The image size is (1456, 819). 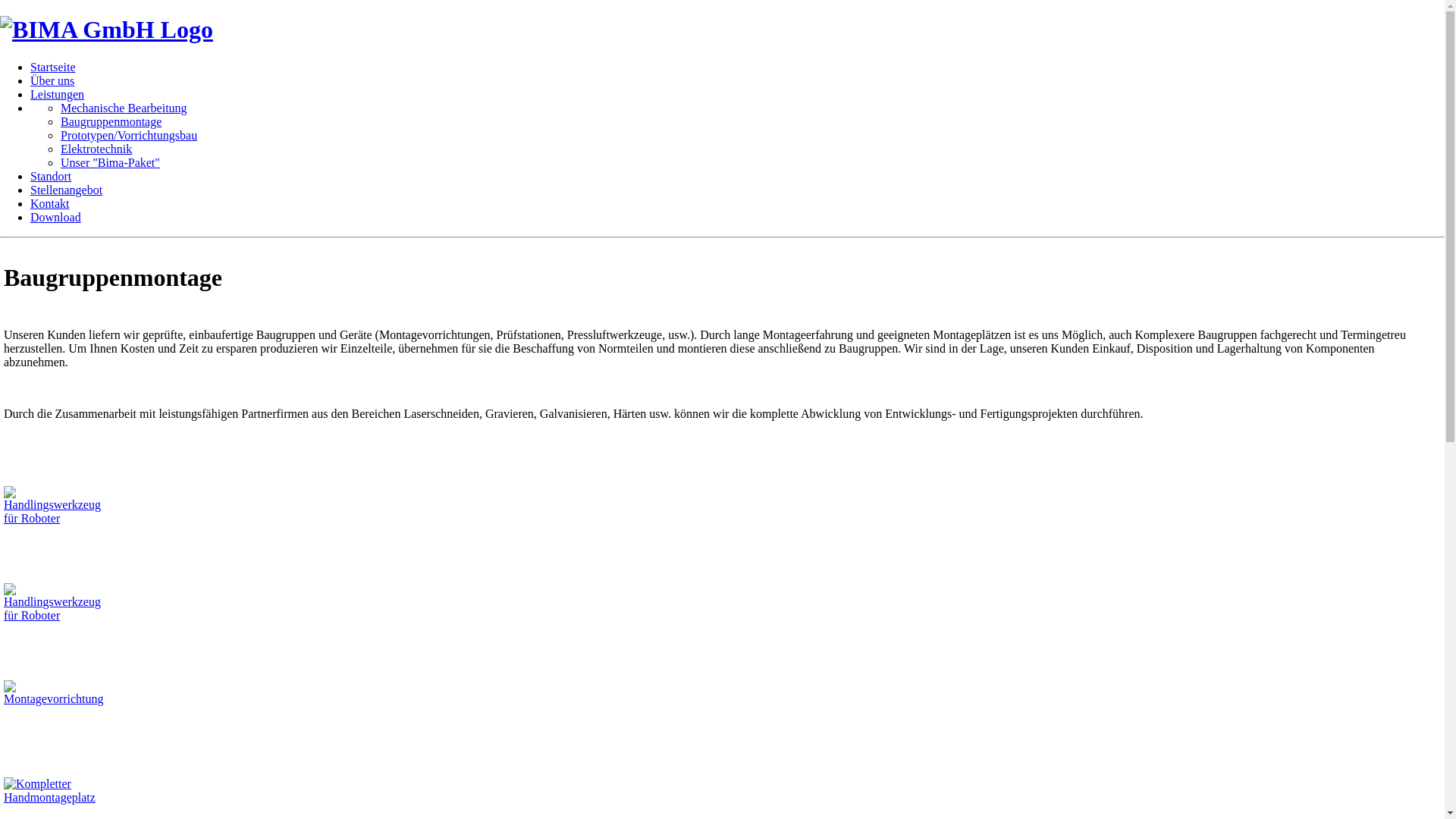 I want to click on 'Zur Startseite', so click(x=105, y=29).